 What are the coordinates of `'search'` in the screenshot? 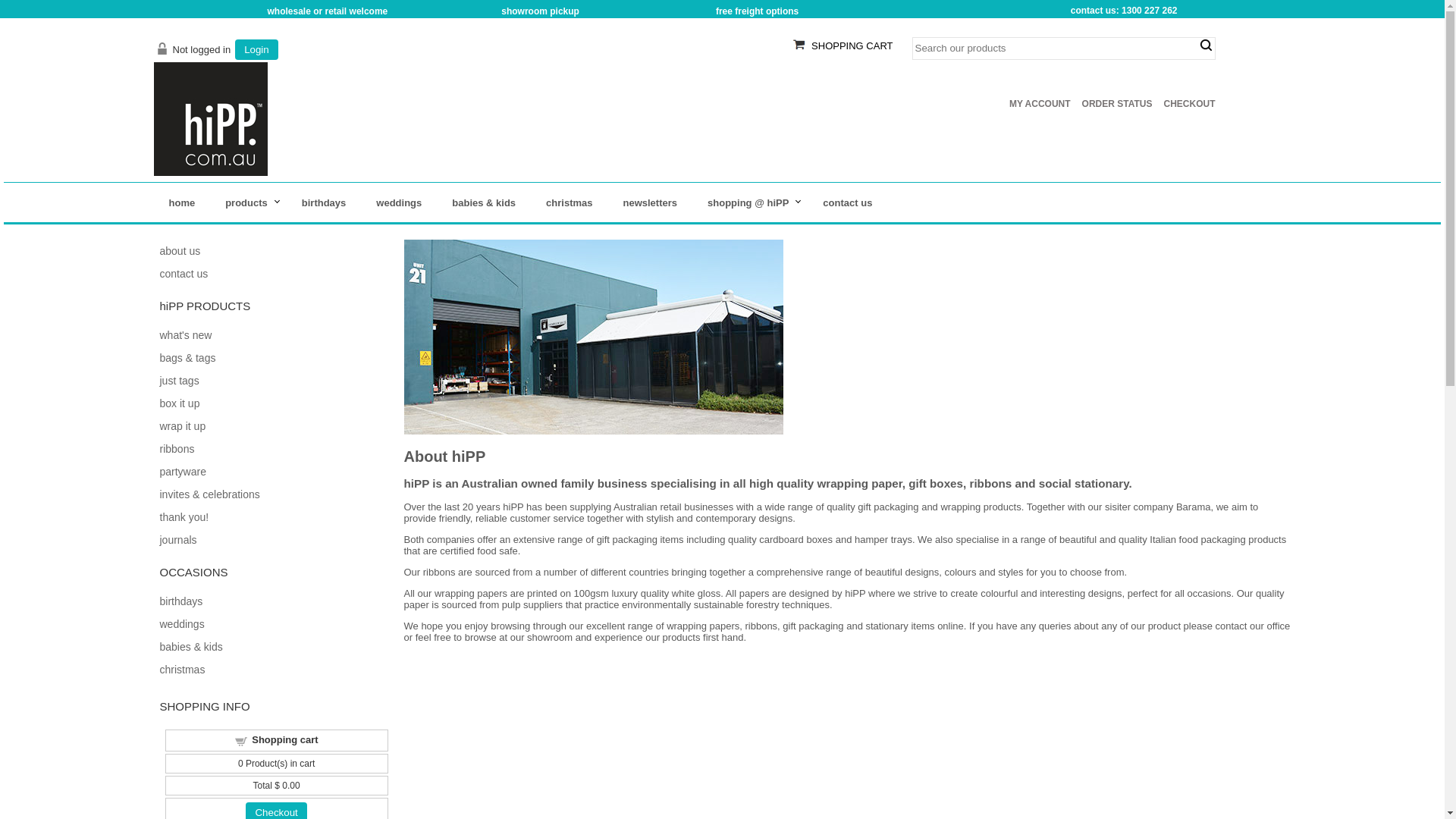 It's located at (1205, 45).